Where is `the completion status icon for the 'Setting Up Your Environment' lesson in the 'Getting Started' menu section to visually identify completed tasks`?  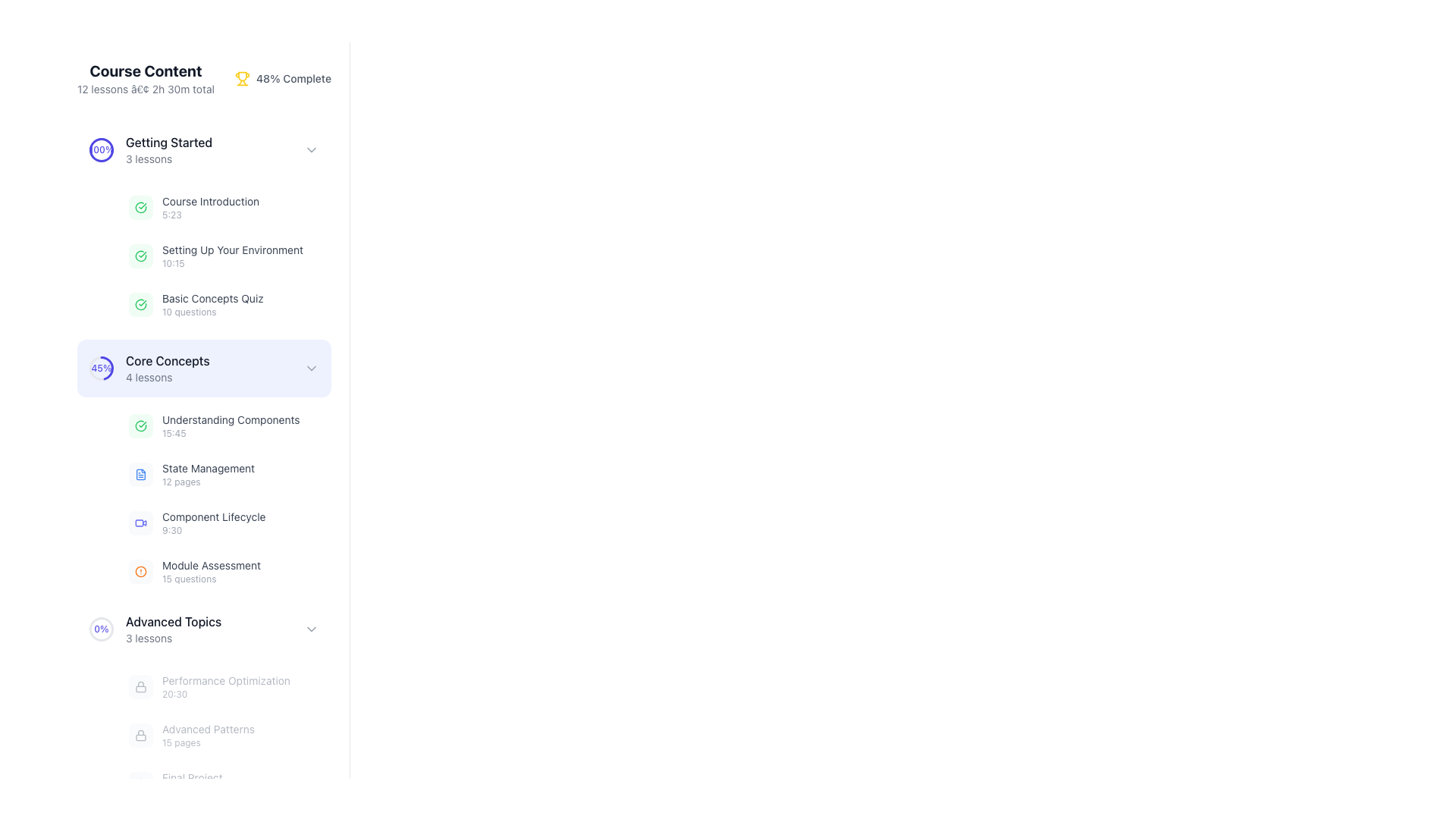 the completion status icon for the 'Setting Up Your Environment' lesson in the 'Getting Started' menu section to visually identify completed tasks is located at coordinates (141, 304).